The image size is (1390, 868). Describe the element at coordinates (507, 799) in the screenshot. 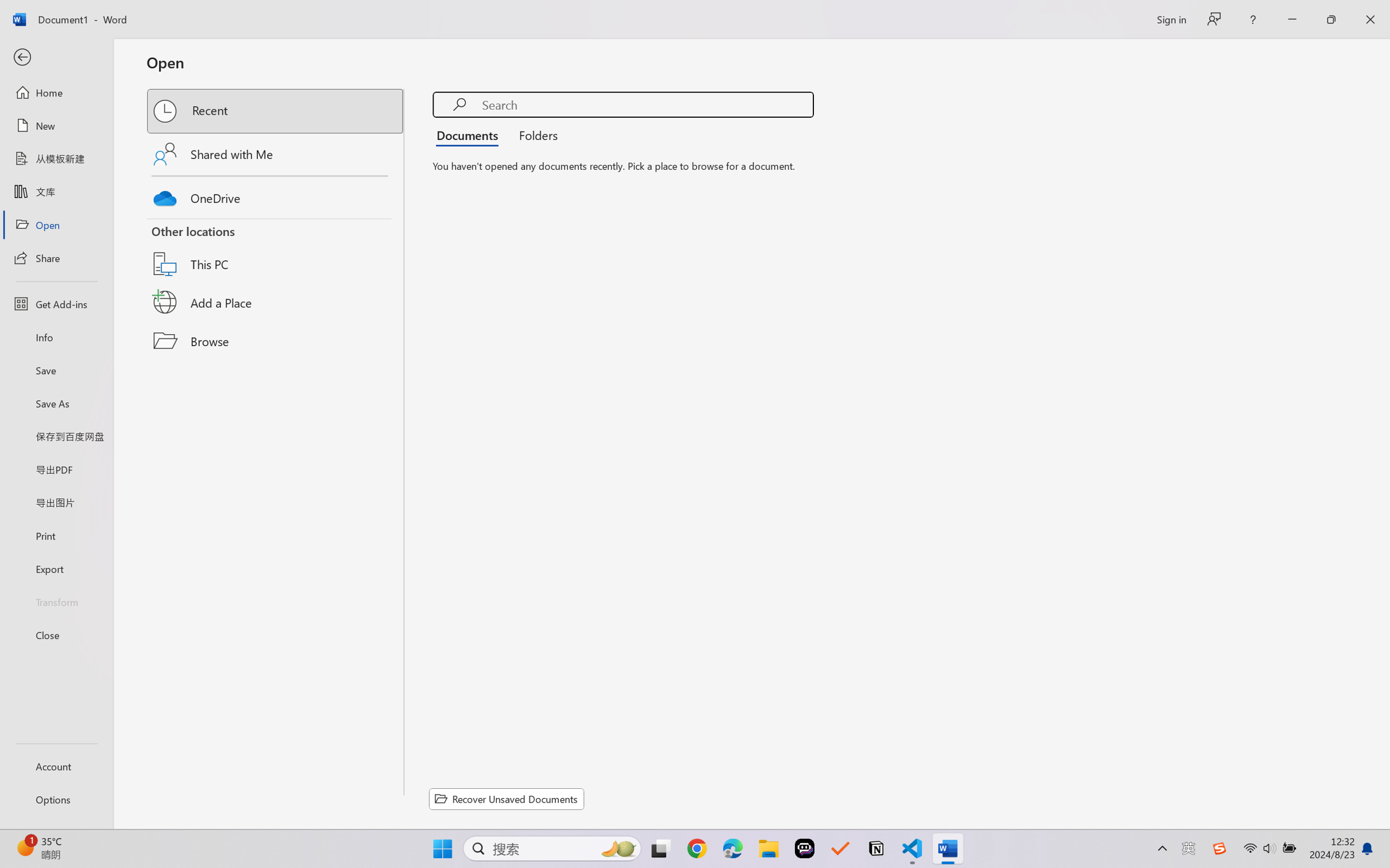

I see `'Recover Unsaved Documents'` at that location.